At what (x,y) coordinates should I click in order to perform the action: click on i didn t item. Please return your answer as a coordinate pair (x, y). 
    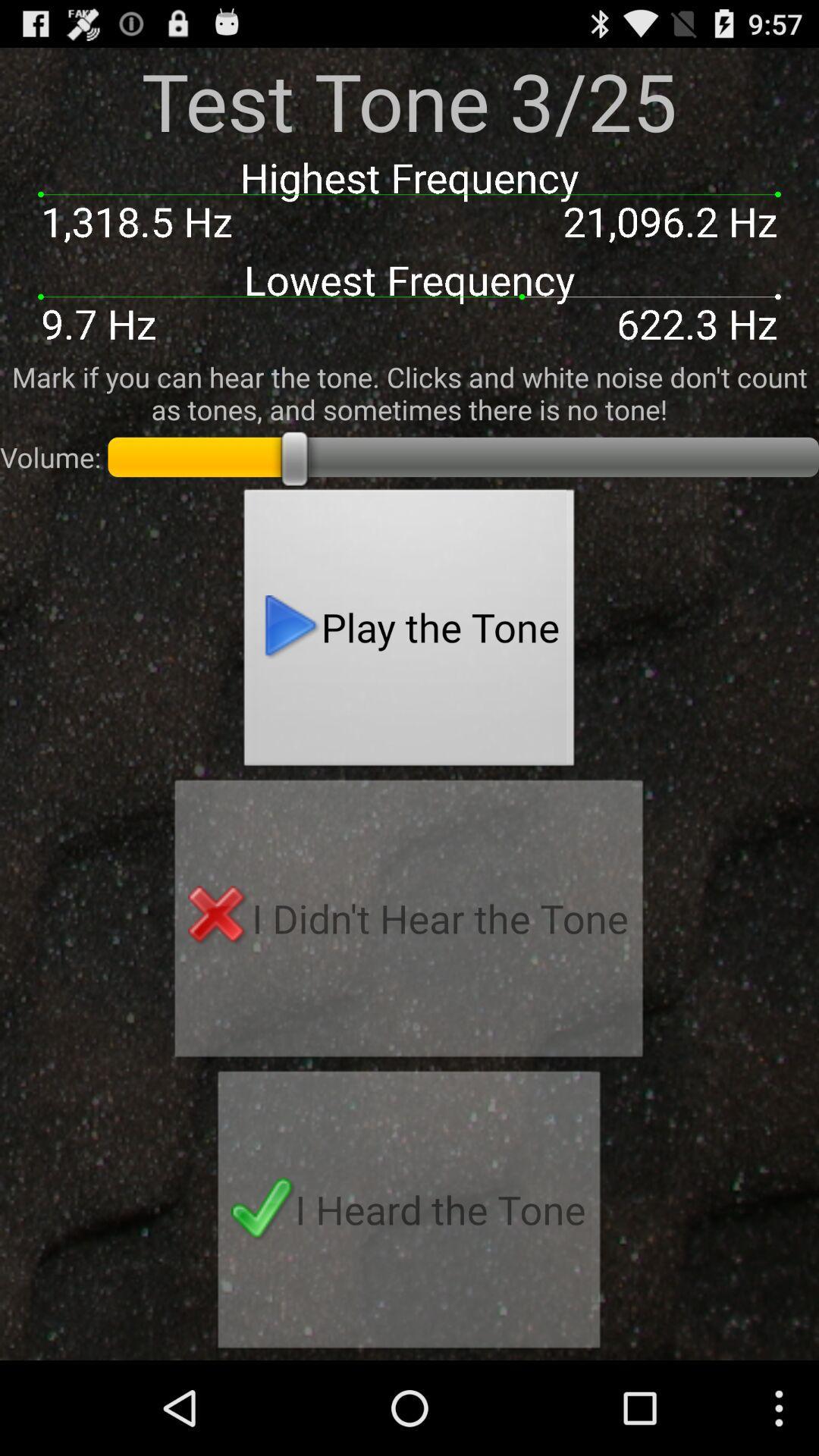
    Looking at the image, I should click on (408, 922).